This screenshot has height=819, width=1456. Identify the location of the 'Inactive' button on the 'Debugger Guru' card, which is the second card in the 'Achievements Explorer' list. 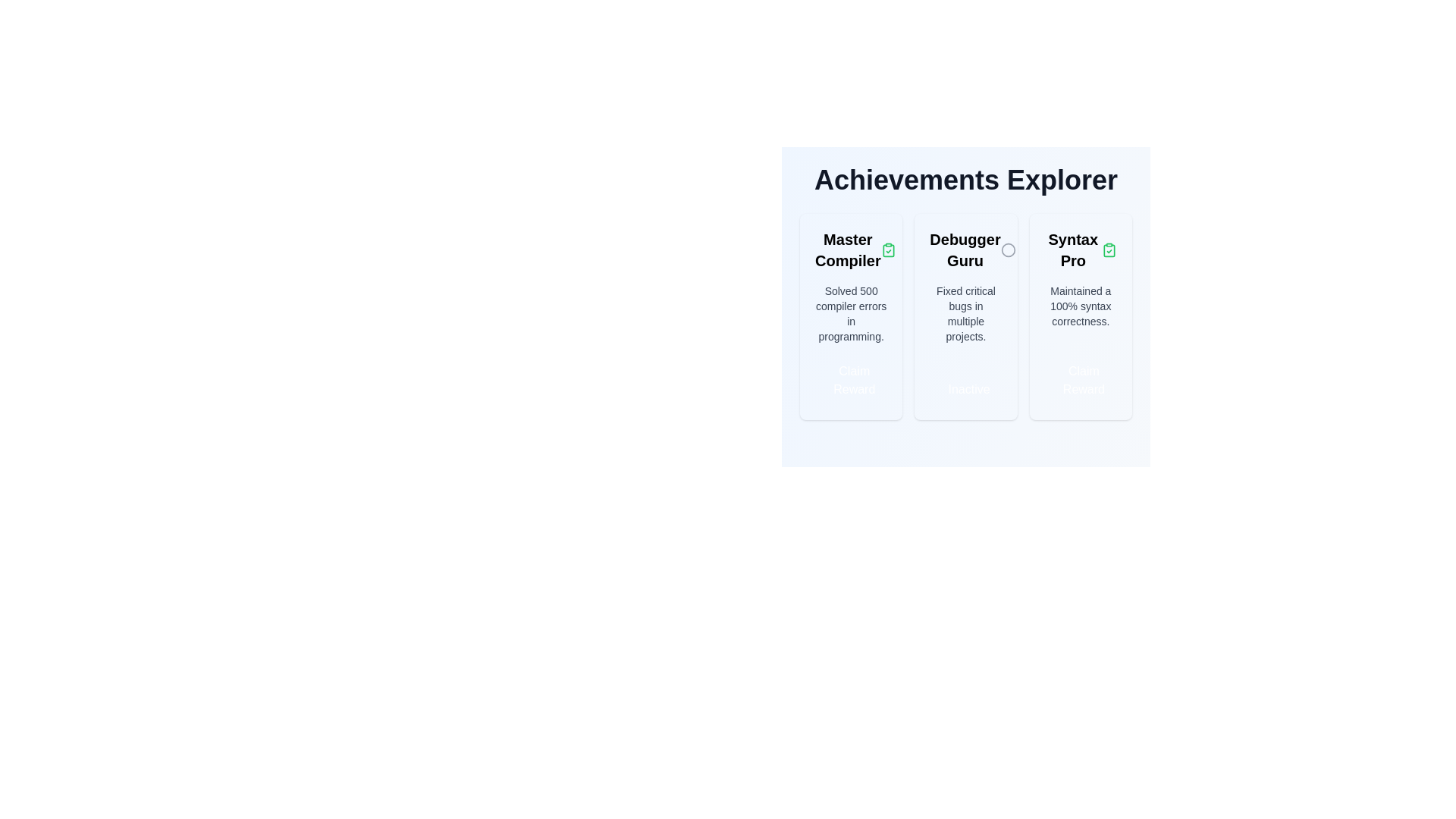
(965, 298).